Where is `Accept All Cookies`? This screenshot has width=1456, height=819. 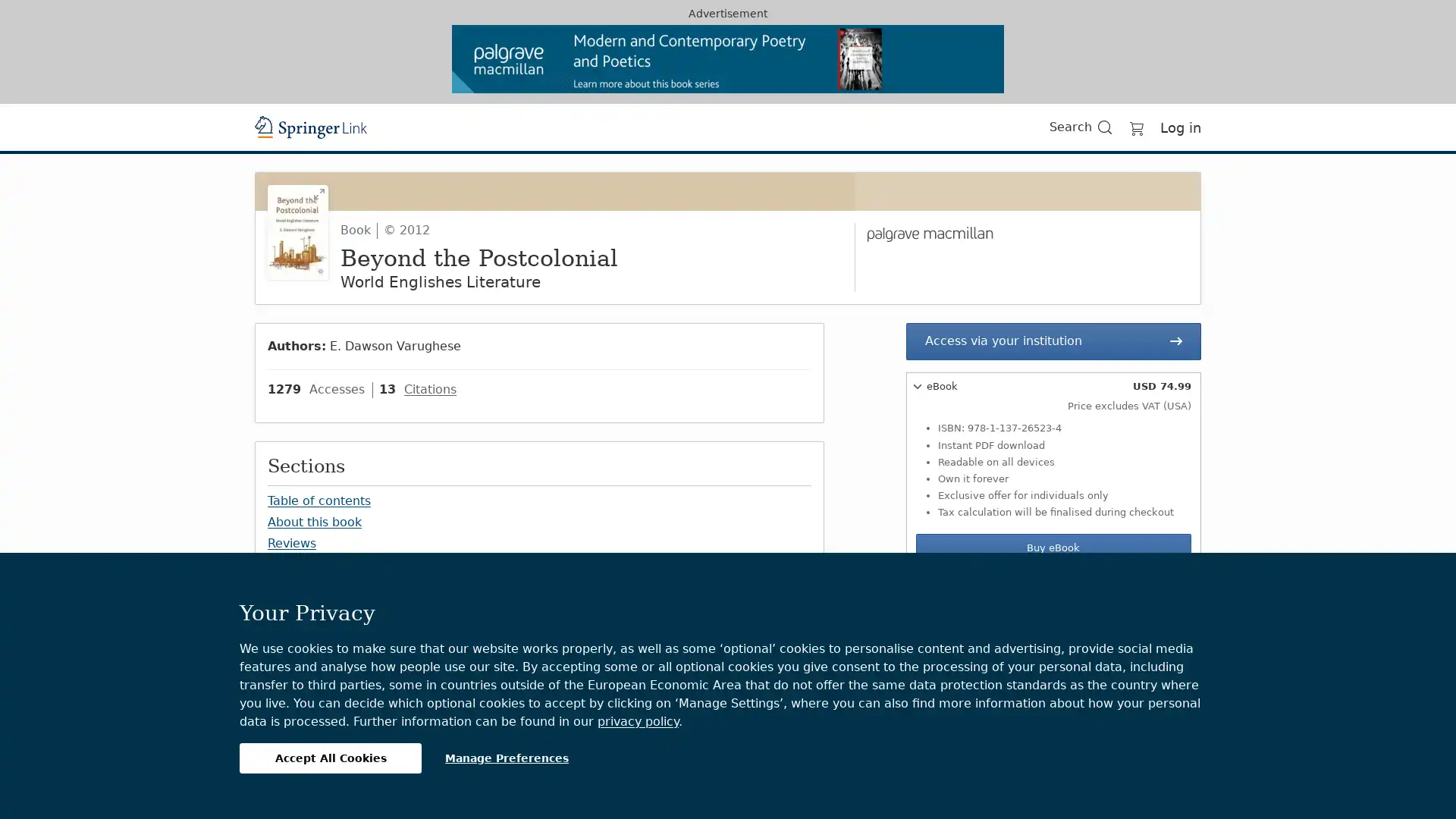
Accept All Cookies is located at coordinates (330, 758).